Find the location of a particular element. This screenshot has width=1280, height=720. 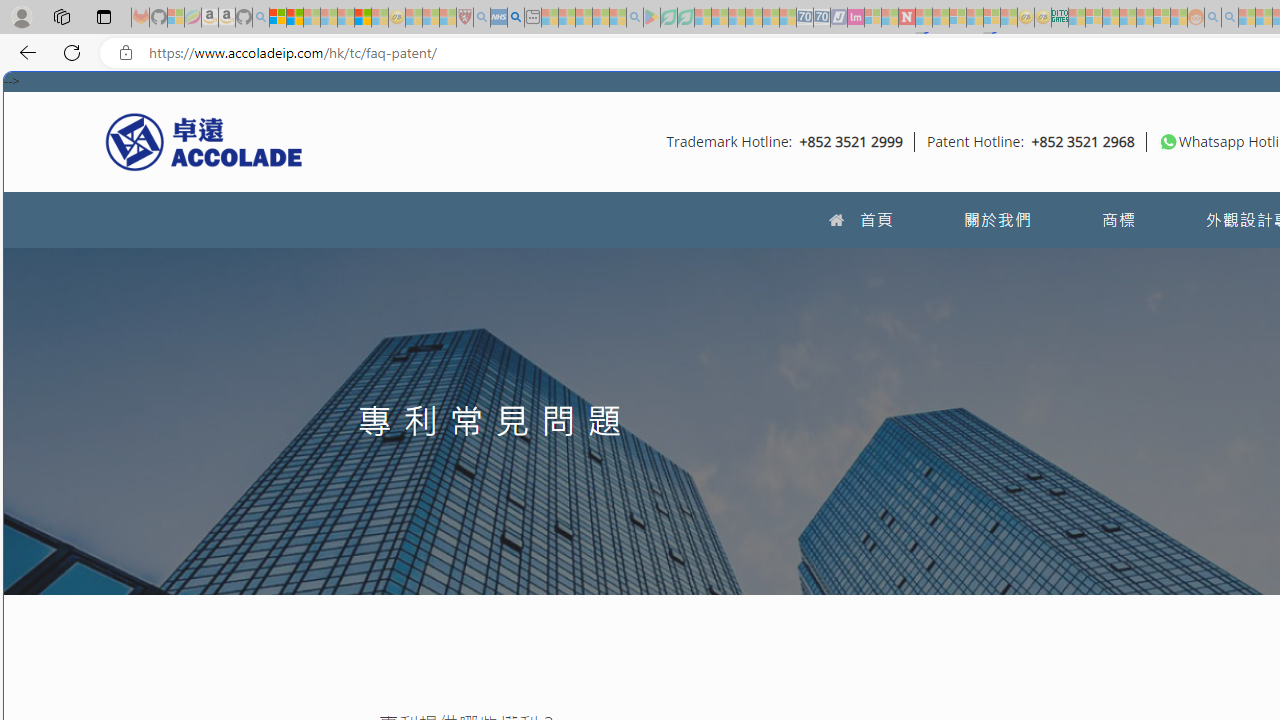

'Personal Profile' is located at coordinates (21, 16).